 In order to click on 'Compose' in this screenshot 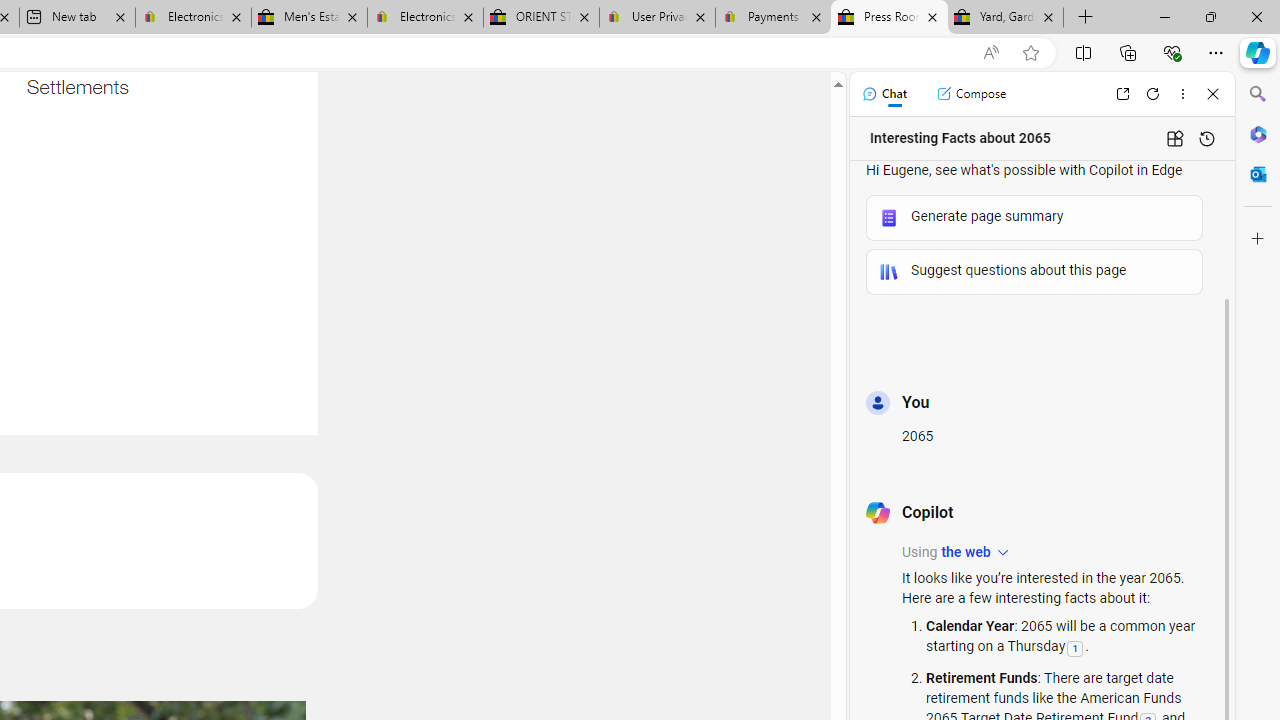, I will do `click(971, 93)`.